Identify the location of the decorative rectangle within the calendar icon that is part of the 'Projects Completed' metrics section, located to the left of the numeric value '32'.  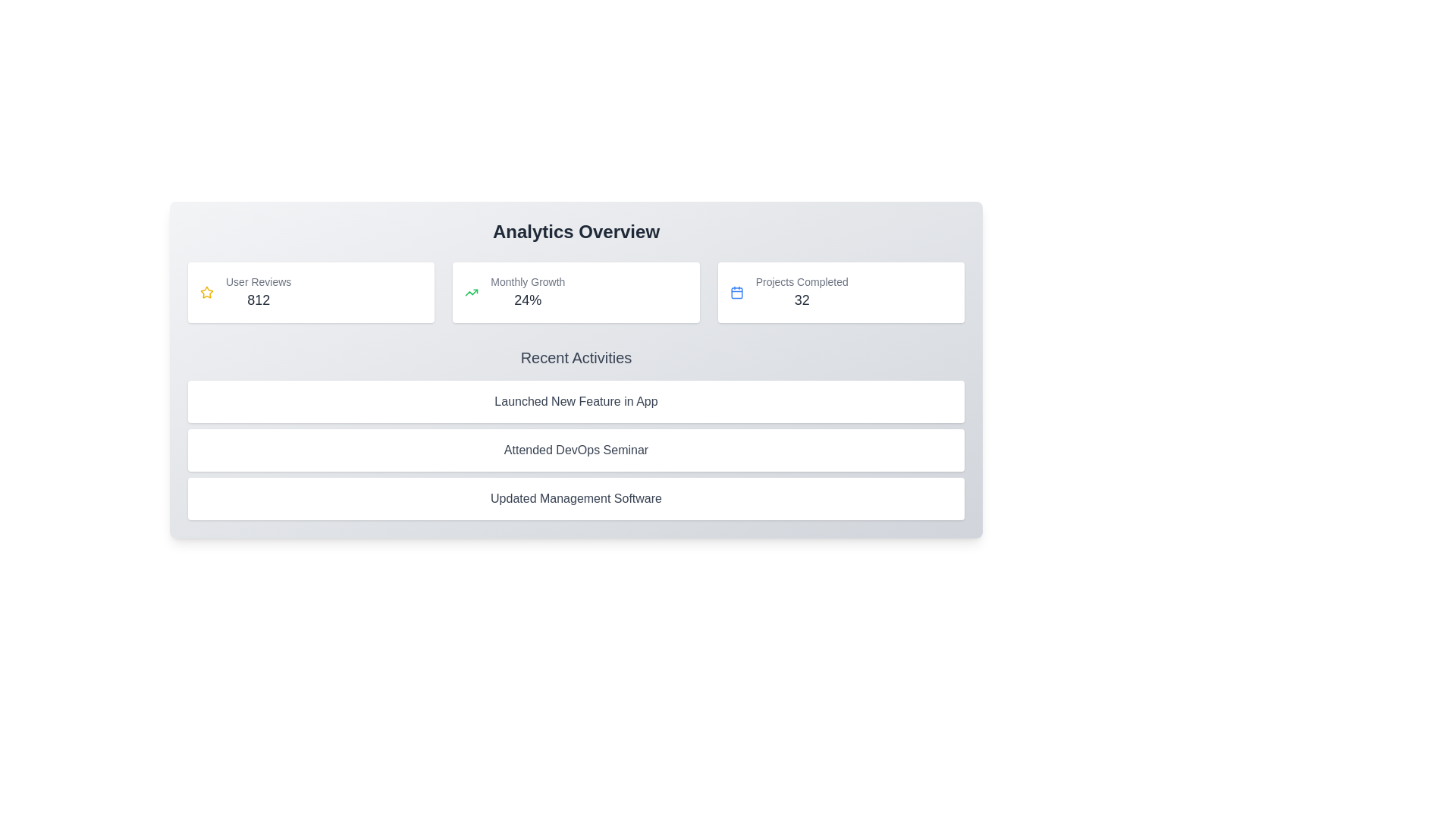
(736, 293).